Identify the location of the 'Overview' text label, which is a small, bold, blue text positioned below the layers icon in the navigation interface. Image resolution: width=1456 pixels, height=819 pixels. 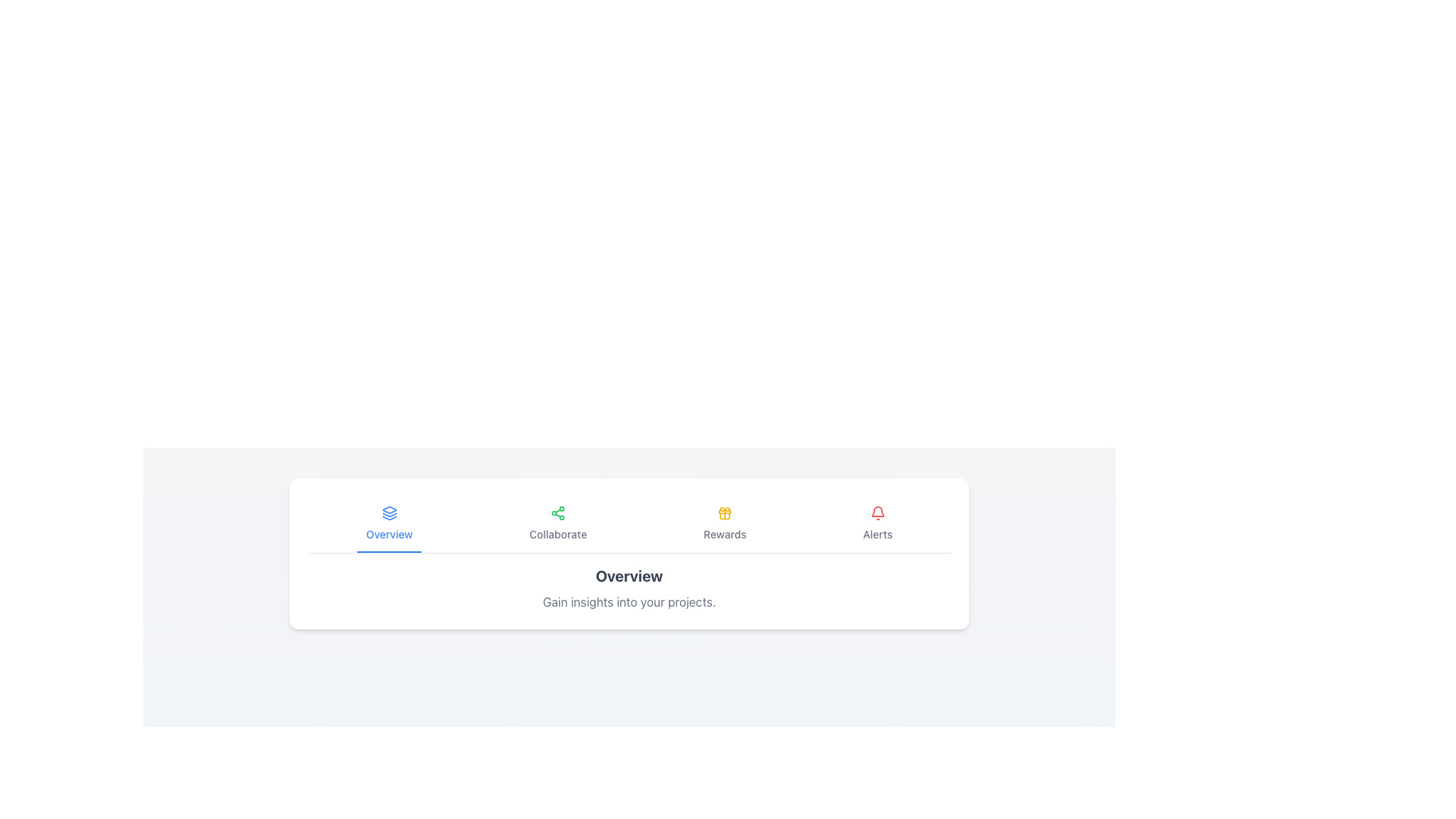
(389, 534).